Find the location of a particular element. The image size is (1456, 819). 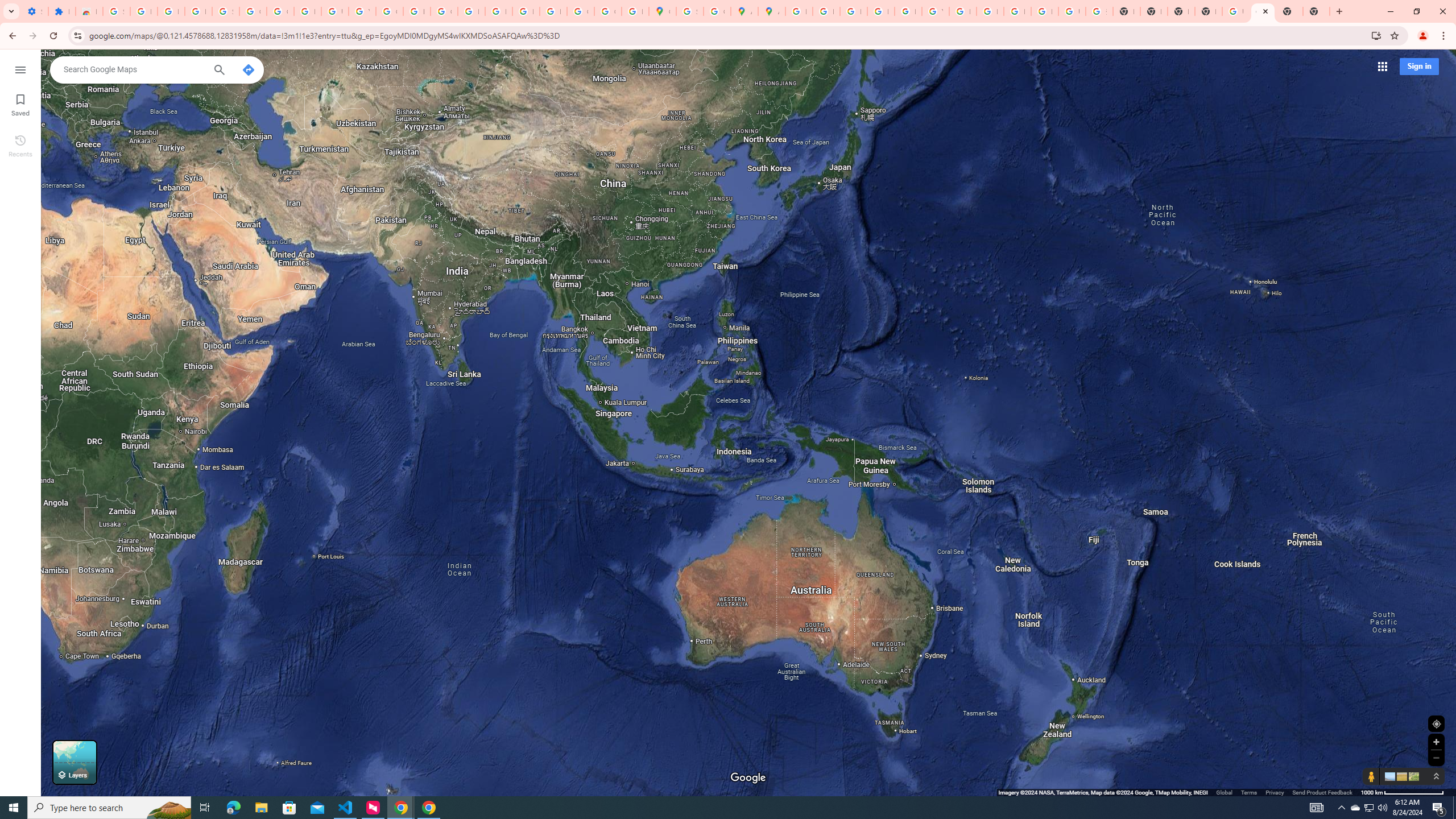

'Show Your Location' is located at coordinates (1436, 723).